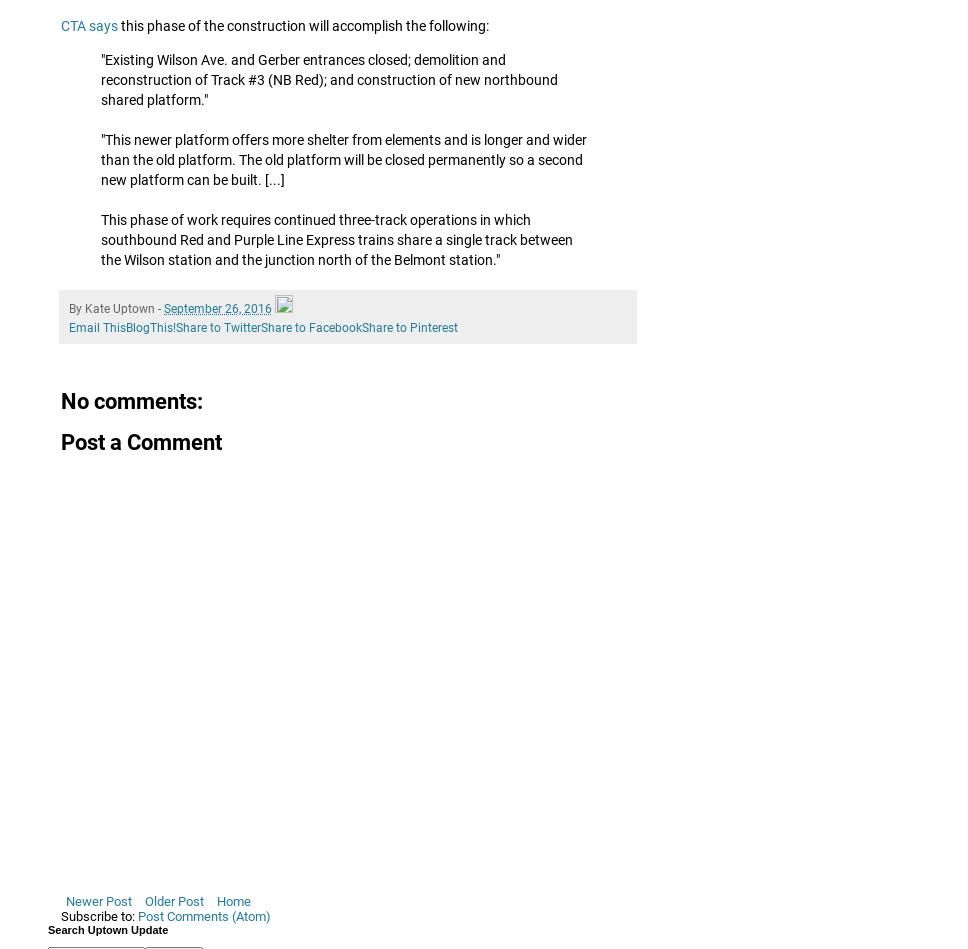 This screenshot has width=968, height=949. What do you see at coordinates (216, 307) in the screenshot?
I see `'September 26, 2016'` at bounding box center [216, 307].